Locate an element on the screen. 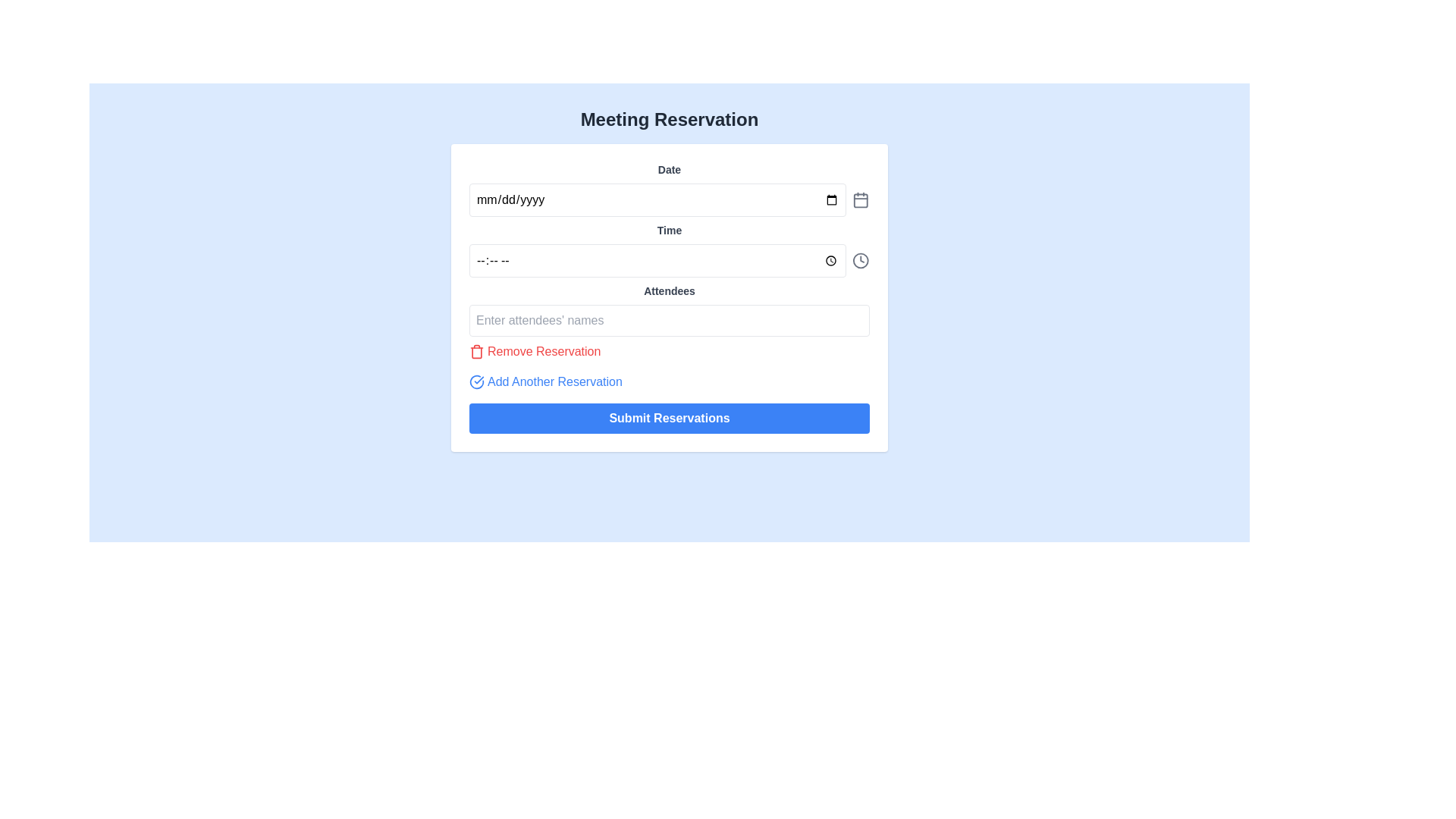  the blue rectangular button with rounded corners and white text that reads 'Submit Reservations' is located at coordinates (669, 418).